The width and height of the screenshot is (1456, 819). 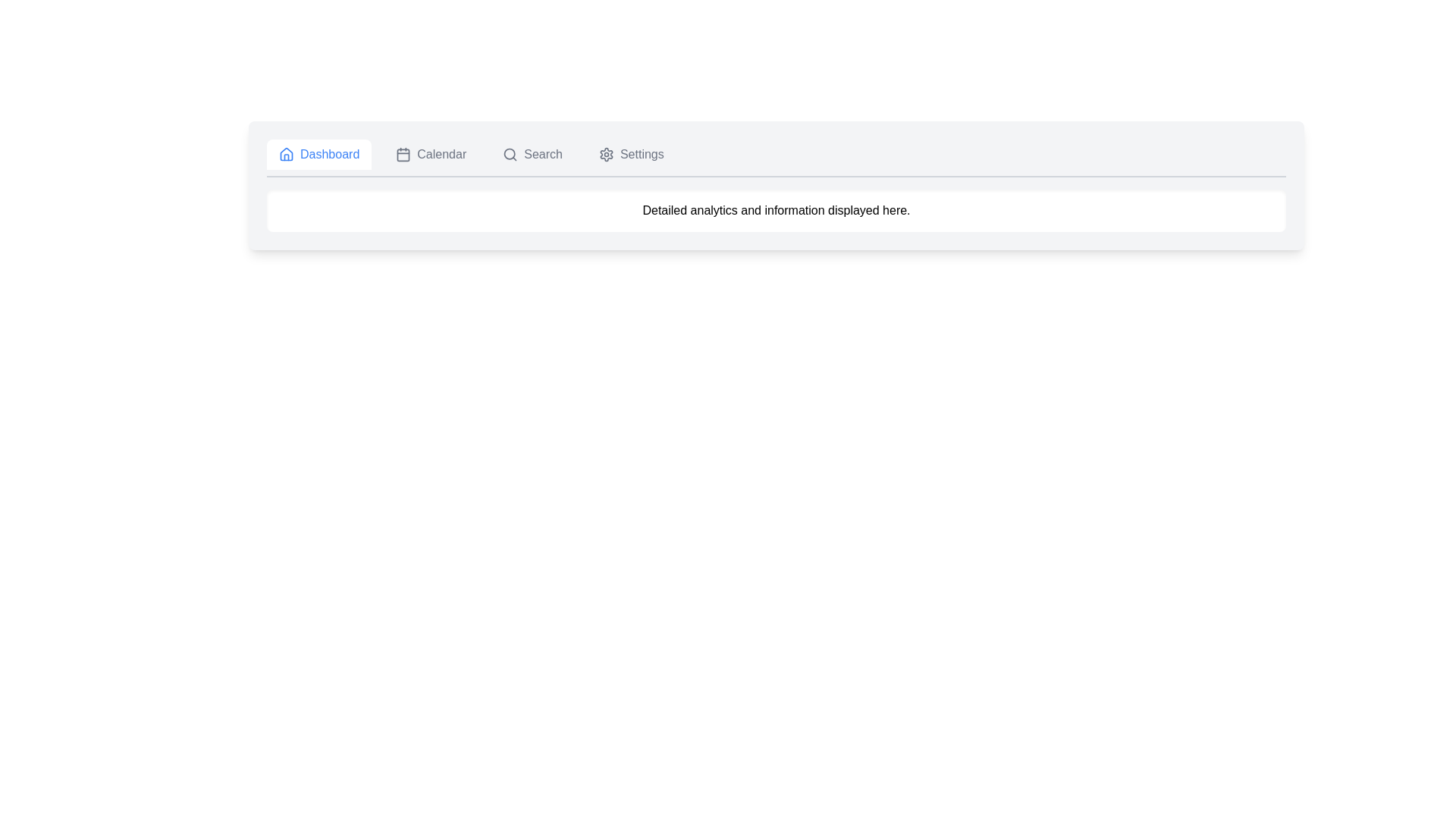 I want to click on the calendar icon located in the navigation bar, so click(x=403, y=155).